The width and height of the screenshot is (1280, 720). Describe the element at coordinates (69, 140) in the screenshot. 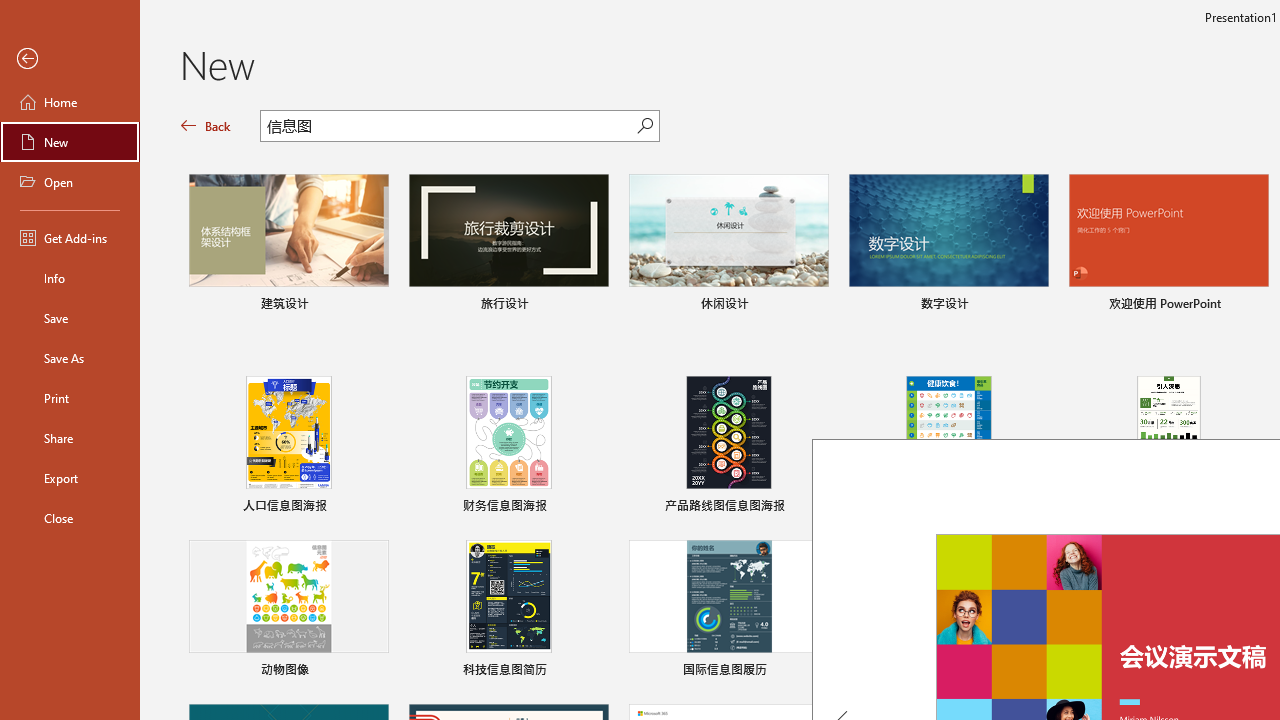

I see `'New'` at that location.